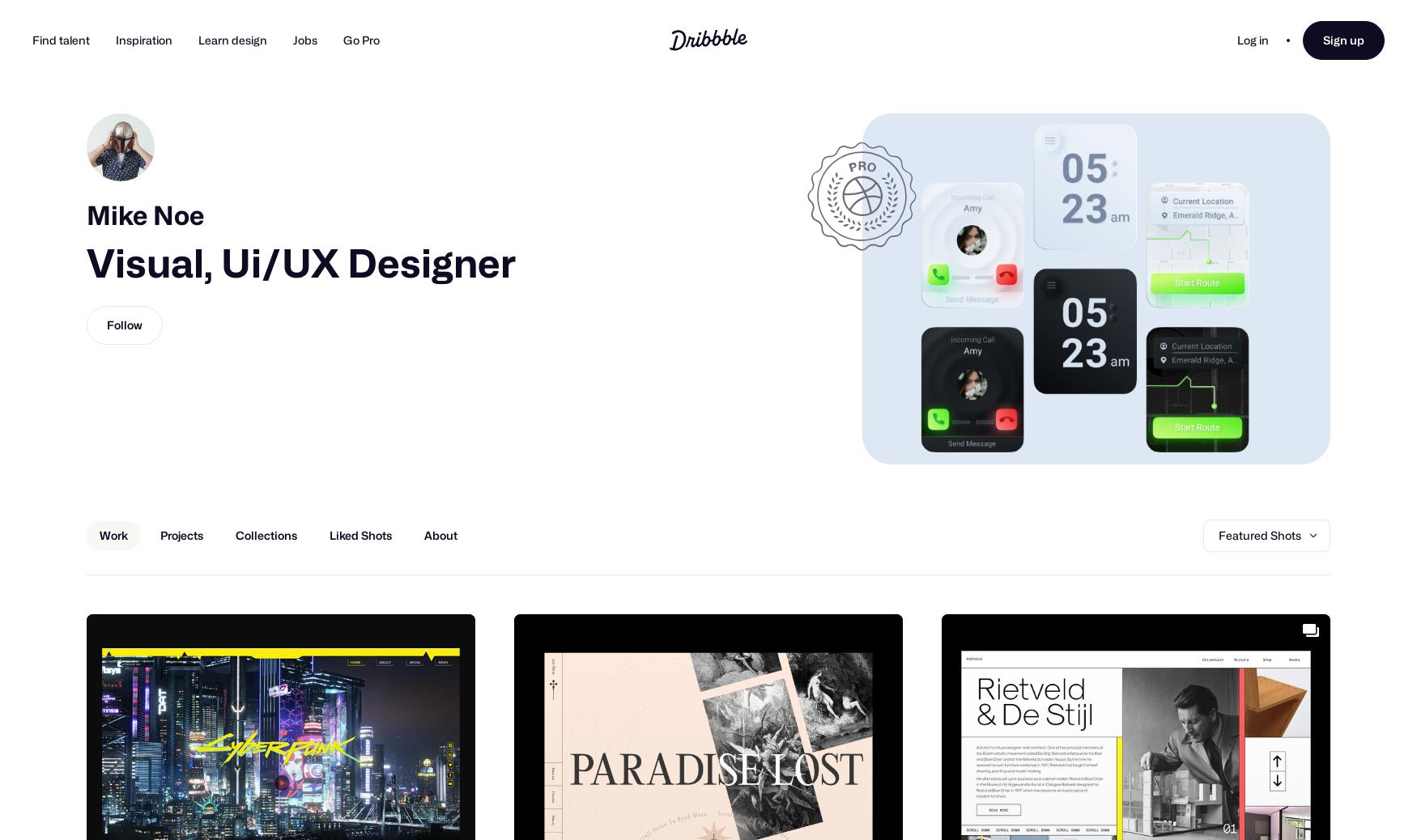 The image size is (1417, 840). Describe the element at coordinates (1343, 39) in the screenshot. I see `'Sign up'` at that location.